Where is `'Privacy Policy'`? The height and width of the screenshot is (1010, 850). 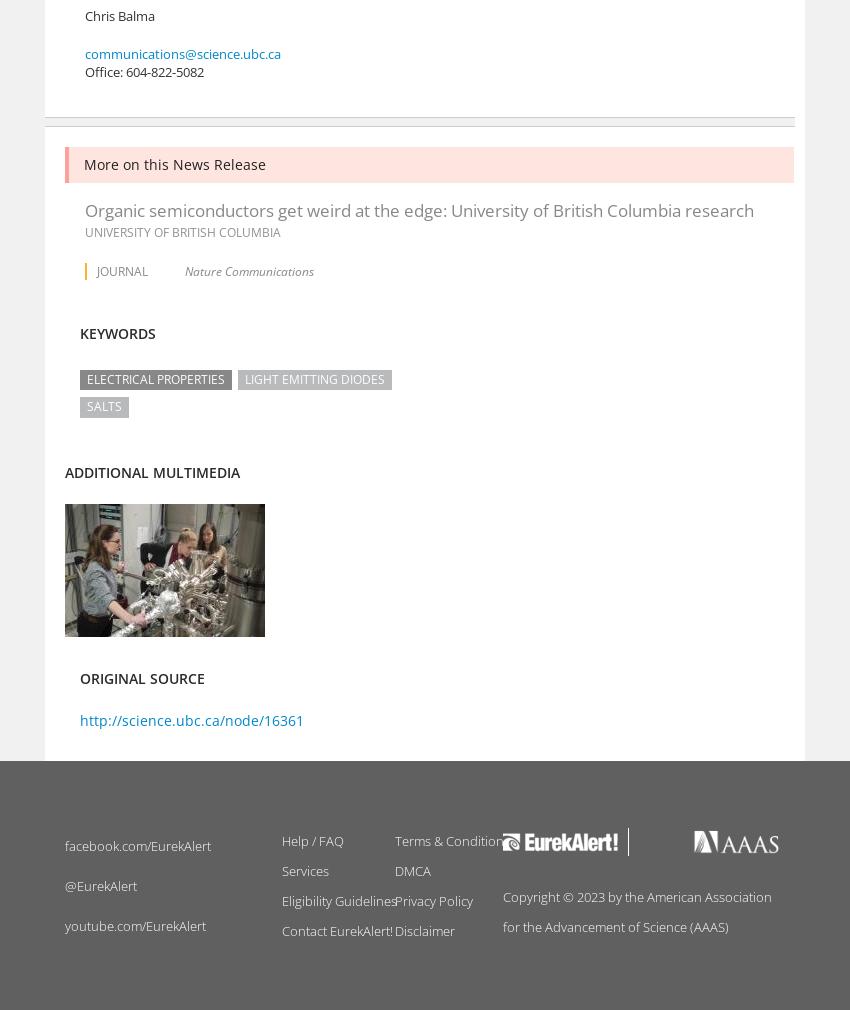 'Privacy Policy' is located at coordinates (431, 901).